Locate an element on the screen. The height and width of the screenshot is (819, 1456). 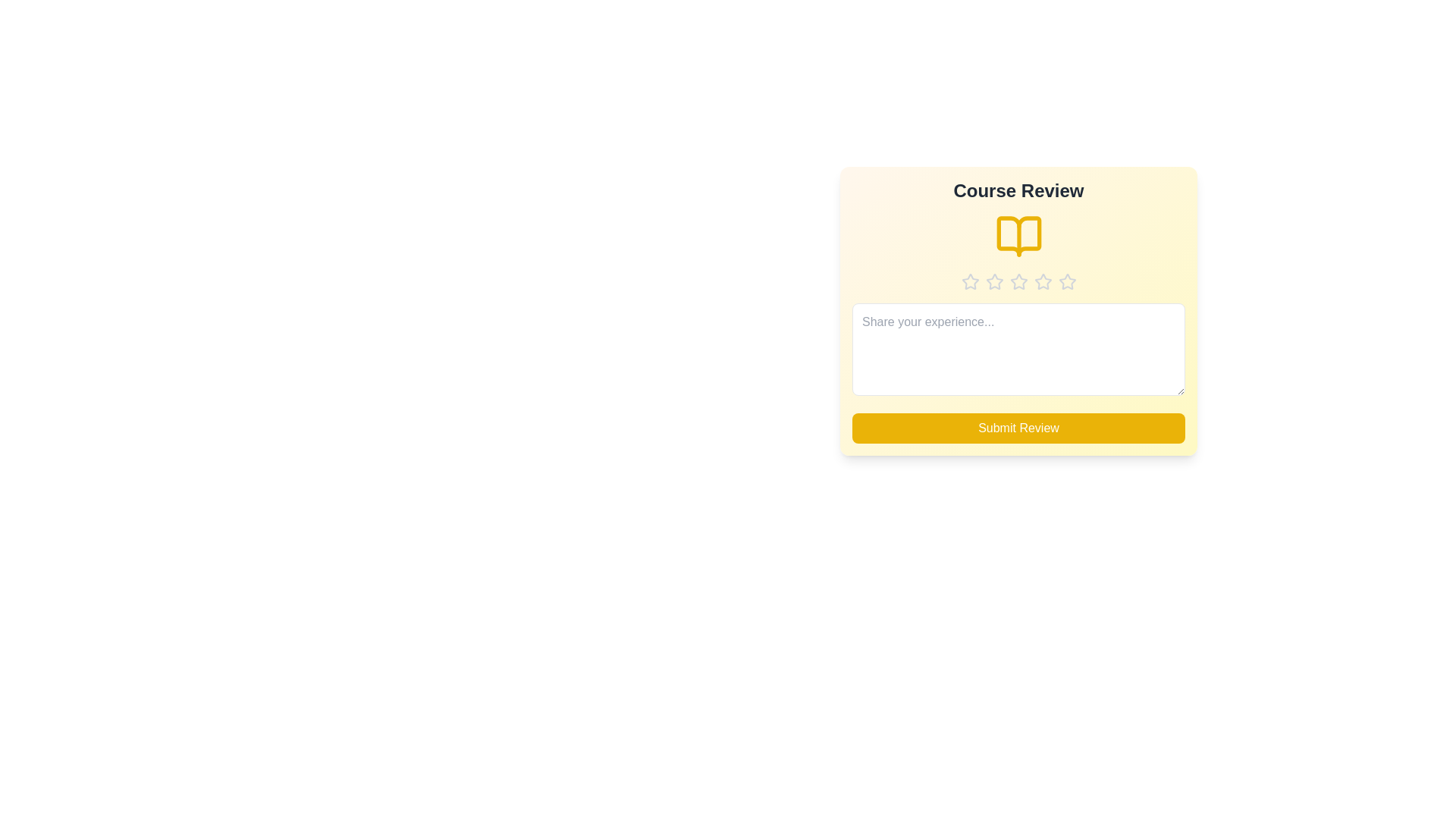
the submit button to observe its hover effect is located at coordinates (1018, 428).